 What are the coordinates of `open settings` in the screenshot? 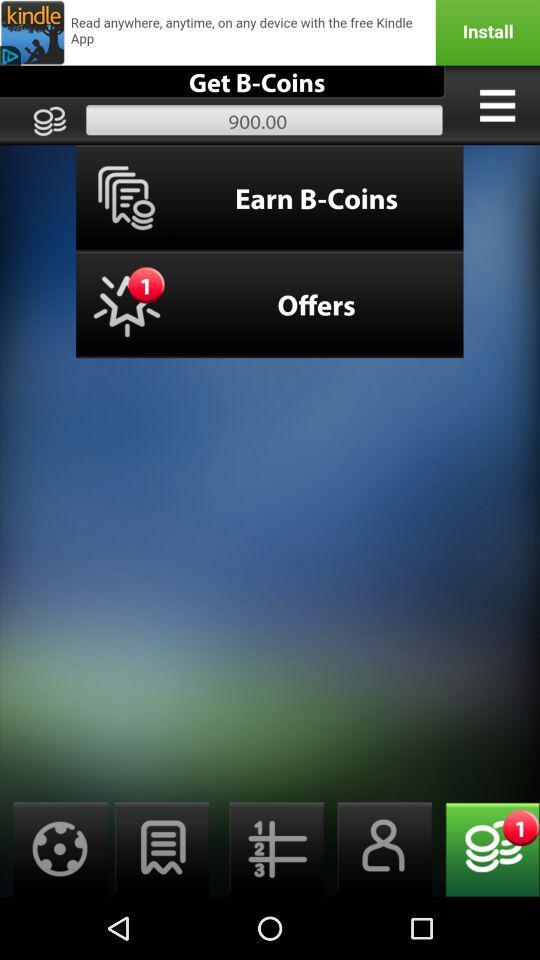 It's located at (54, 848).